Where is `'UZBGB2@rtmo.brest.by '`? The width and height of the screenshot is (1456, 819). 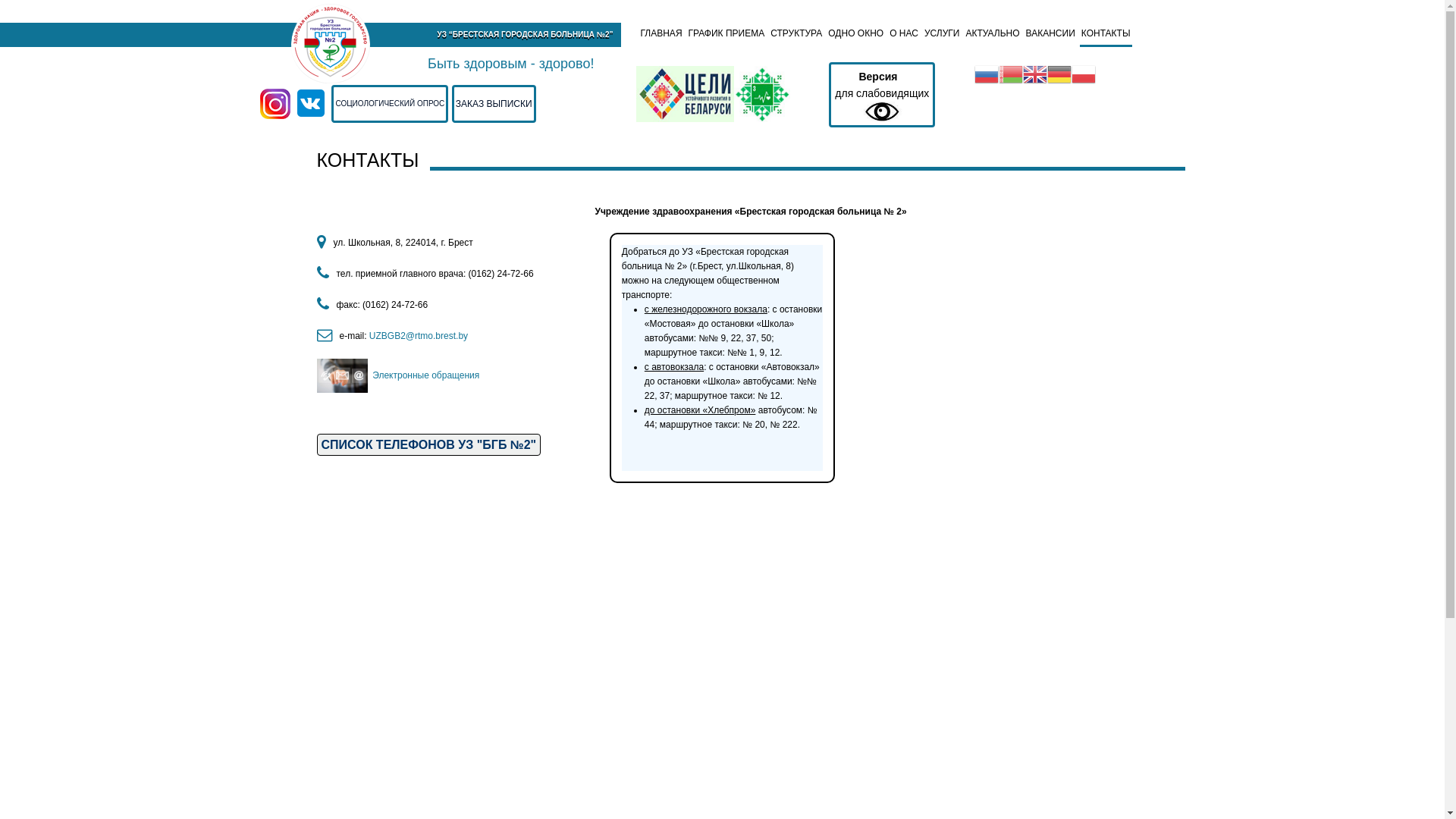
'UZBGB2@rtmo.brest.by ' is located at coordinates (419, 335).